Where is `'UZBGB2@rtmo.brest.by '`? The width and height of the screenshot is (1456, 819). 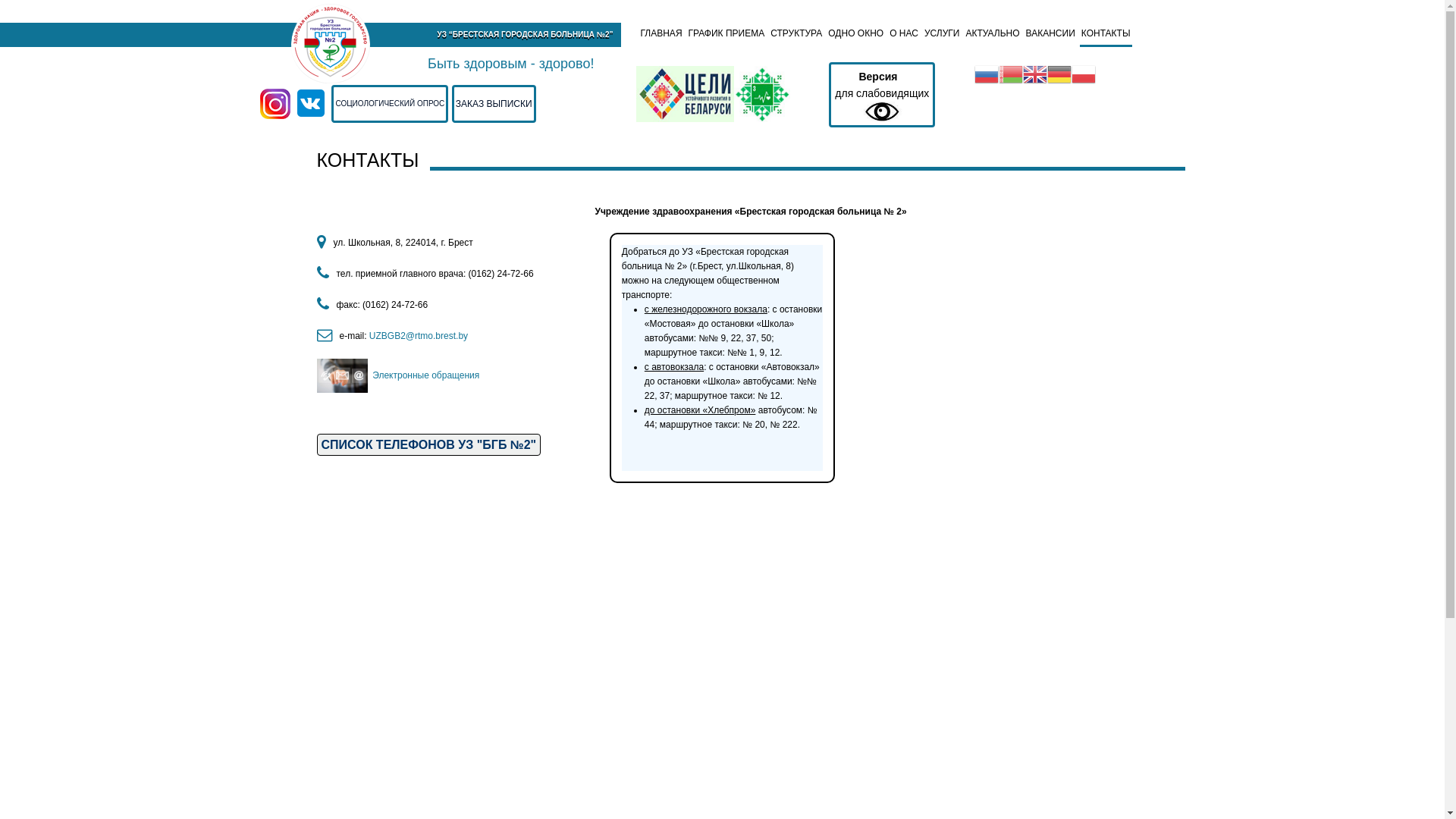
'UZBGB2@rtmo.brest.by ' is located at coordinates (419, 335).